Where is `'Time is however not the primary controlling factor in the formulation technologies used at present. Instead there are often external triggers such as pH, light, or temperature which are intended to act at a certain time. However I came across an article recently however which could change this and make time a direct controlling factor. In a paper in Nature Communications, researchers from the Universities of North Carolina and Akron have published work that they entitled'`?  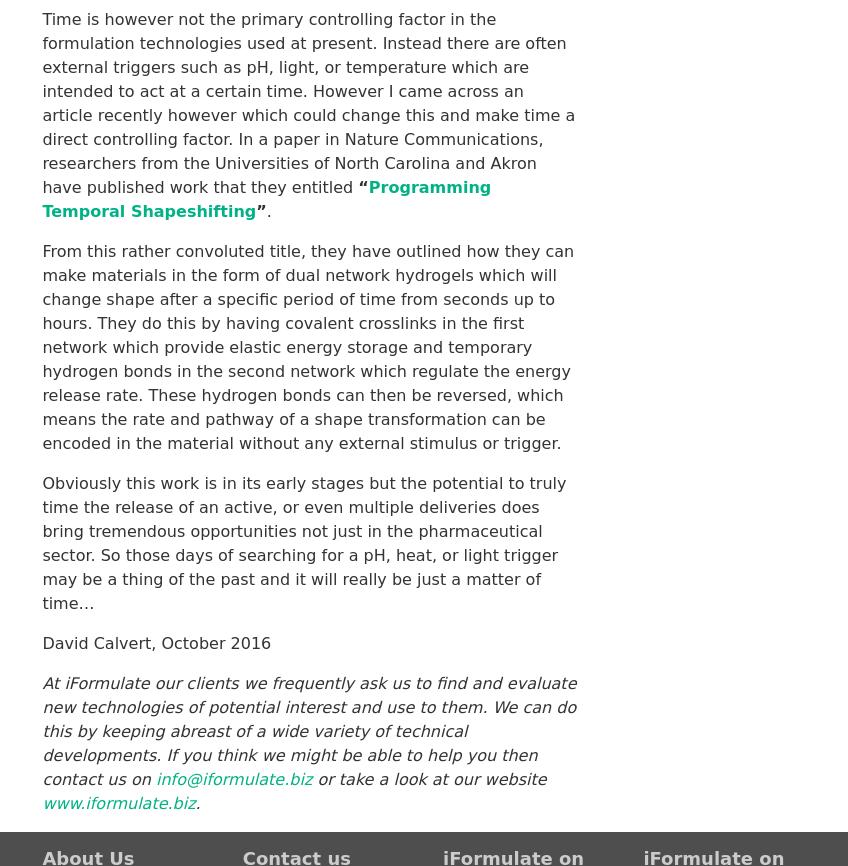 'Time is however not the primary controlling factor in the formulation technologies used at present. Instead there are often external triggers such as pH, light, or temperature which are intended to act at a certain time. However I came across an article recently however which could change this and make time a direct controlling factor. In a paper in Nature Communications, researchers from the Universities of North Carolina and Akron have published work that they entitled' is located at coordinates (308, 102).